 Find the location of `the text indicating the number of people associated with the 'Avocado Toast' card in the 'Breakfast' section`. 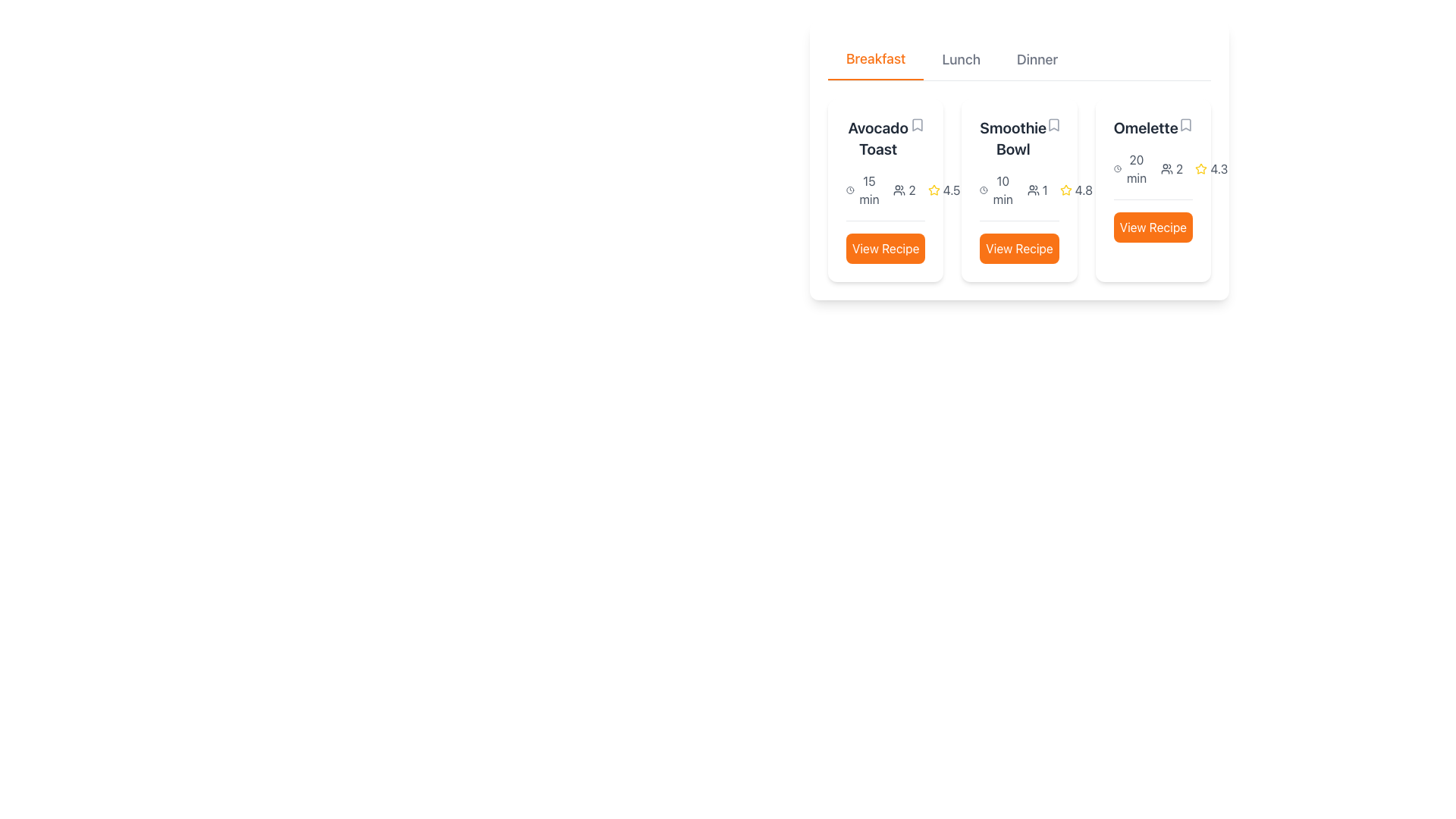

the text indicating the number of people associated with the 'Avocado Toast' card in the 'Breakfast' section is located at coordinates (911, 189).